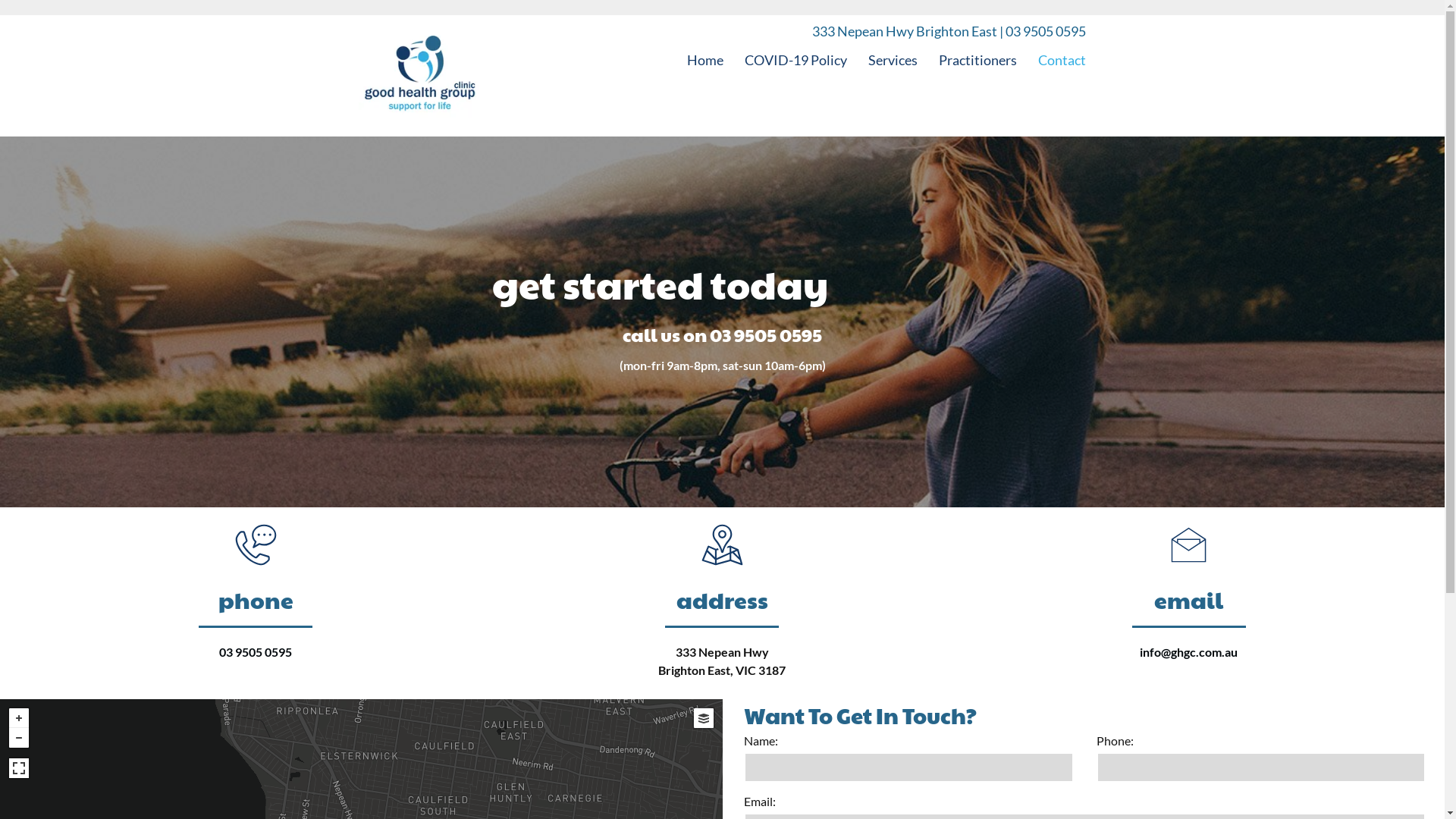  I want to click on 'Practitioners', so click(977, 58).